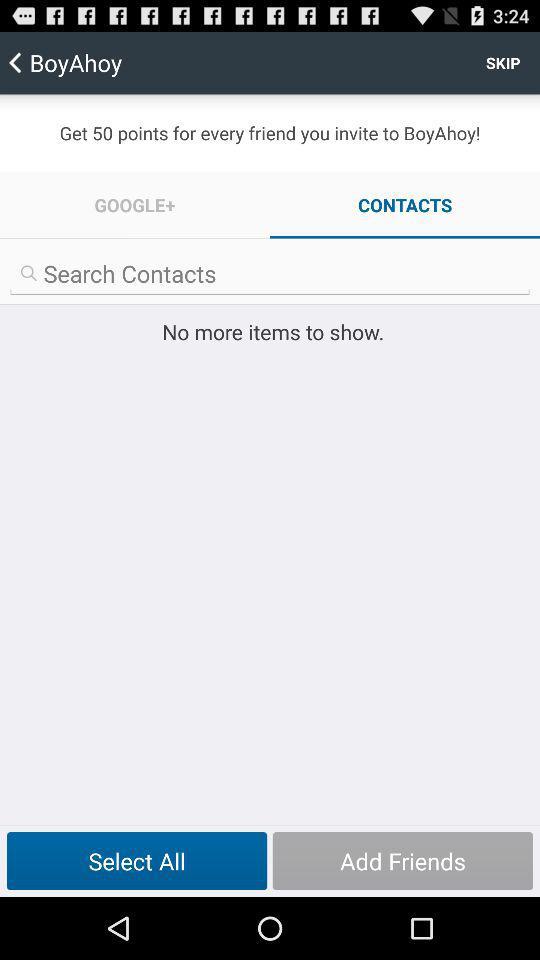  Describe the element at coordinates (502, 62) in the screenshot. I see `the icon to the right of boyahoy item` at that location.